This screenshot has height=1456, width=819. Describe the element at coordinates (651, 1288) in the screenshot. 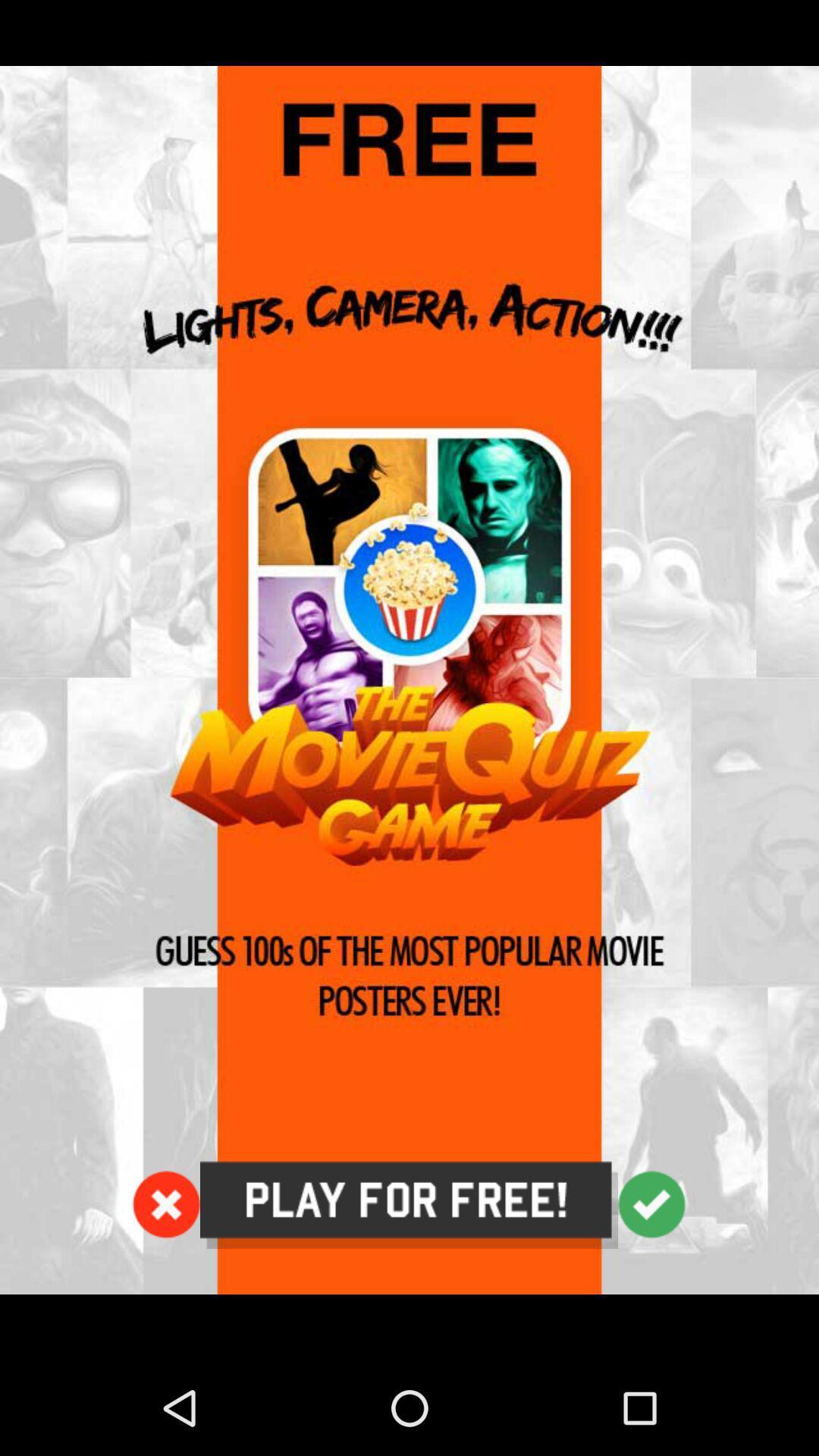

I see `the check icon` at that location.